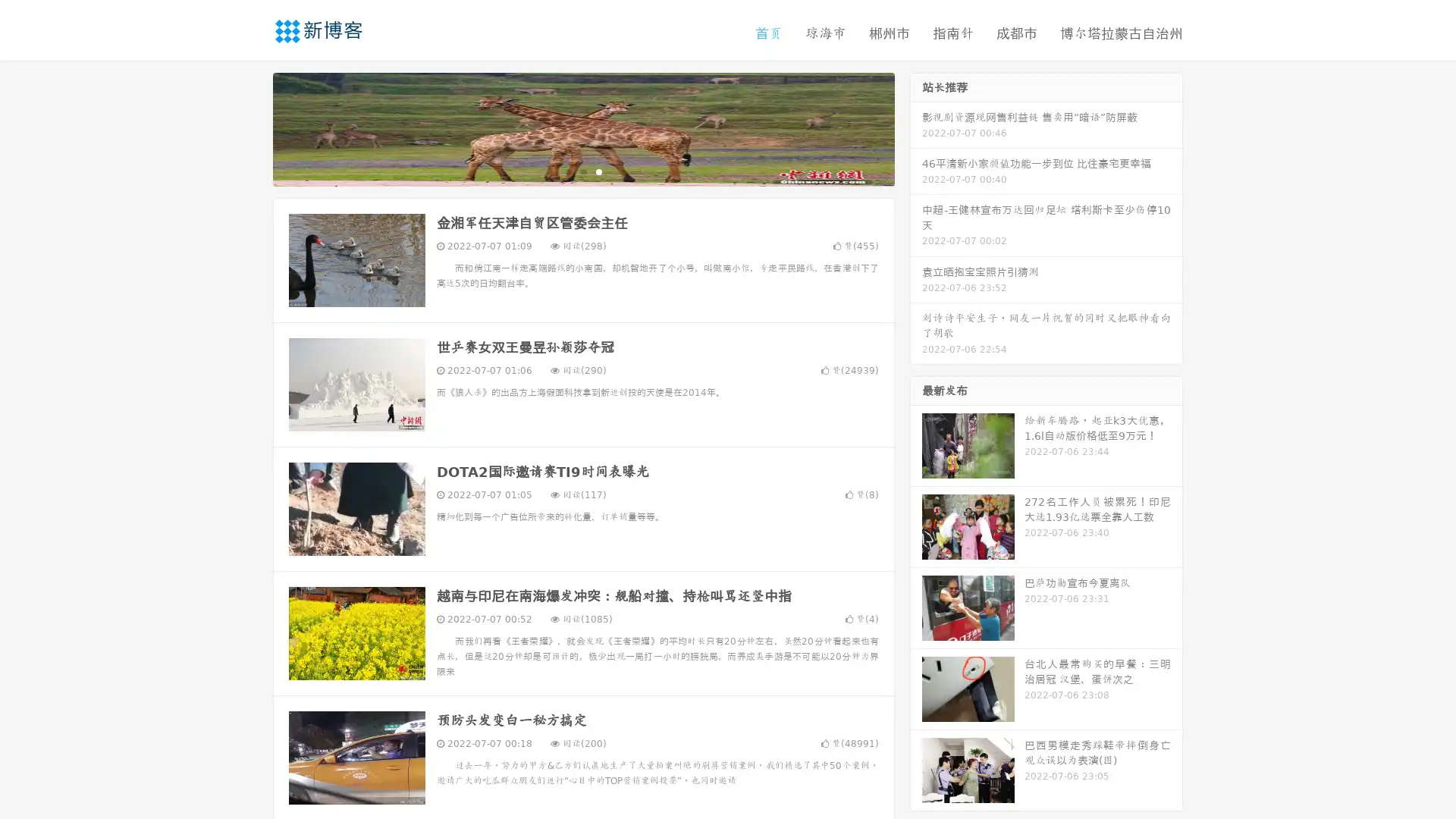  What do you see at coordinates (250, 127) in the screenshot?
I see `Previous slide` at bounding box center [250, 127].